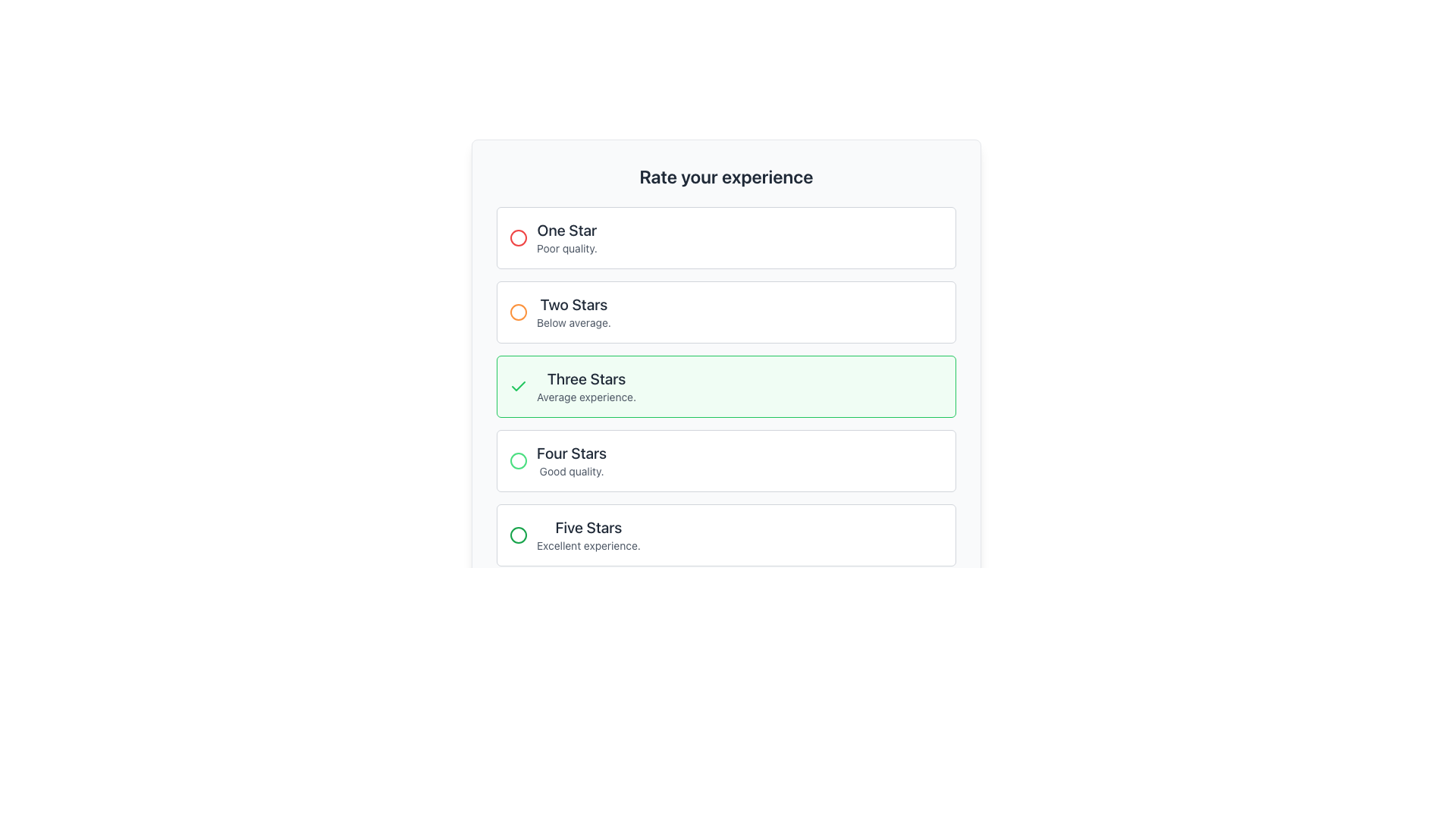 The height and width of the screenshot is (819, 1456). Describe the element at coordinates (519, 237) in the screenshot. I see `the visual indicator circle for the 'One Star' rating option located to the left of the text 'One Star' in the vertical list under 'Rate your experience'` at that location.